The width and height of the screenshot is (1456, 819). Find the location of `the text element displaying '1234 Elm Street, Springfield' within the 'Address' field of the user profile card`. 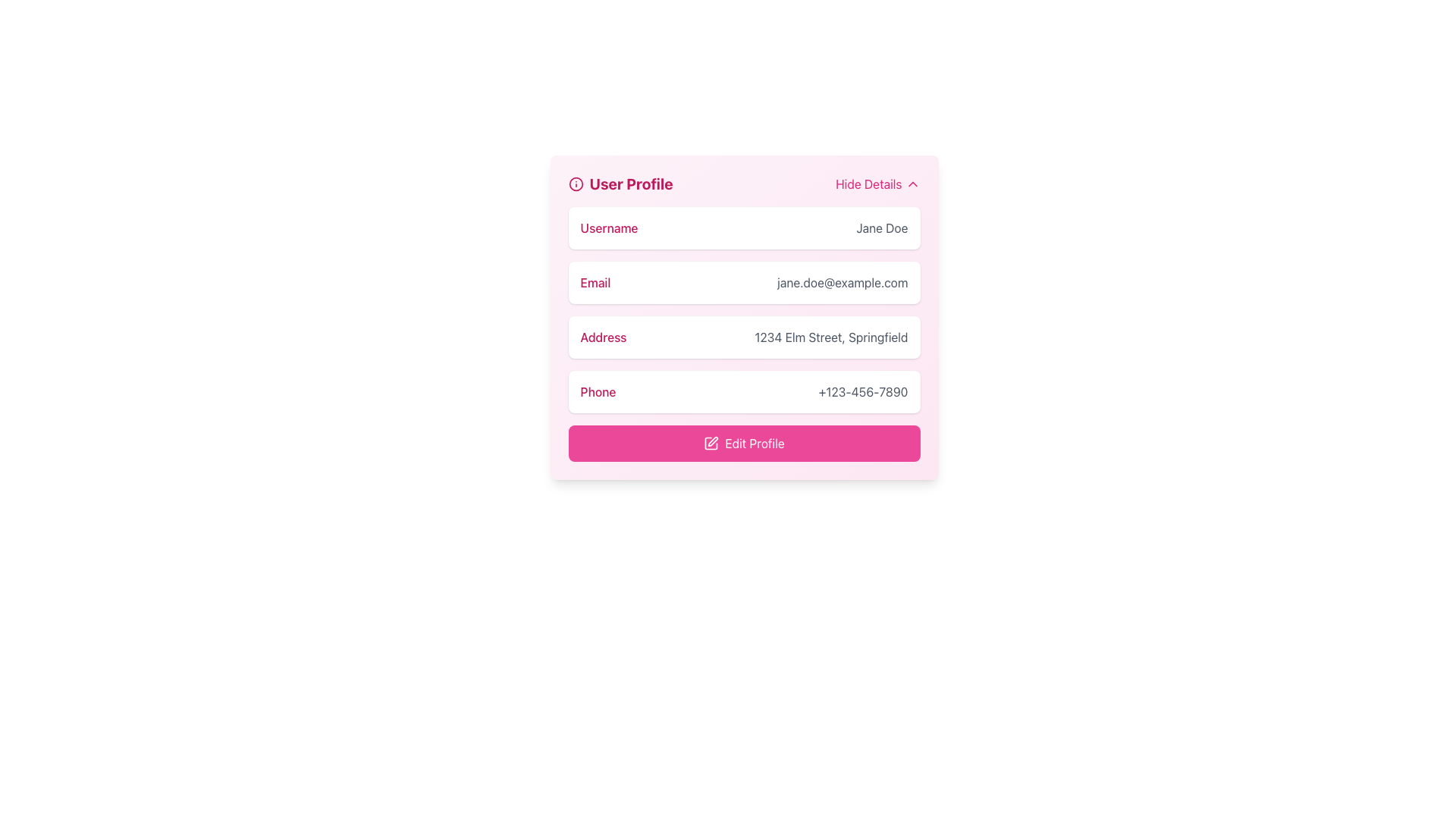

the text element displaying '1234 Elm Street, Springfield' within the 'Address' field of the user profile card is located at coordinates (830, 336).